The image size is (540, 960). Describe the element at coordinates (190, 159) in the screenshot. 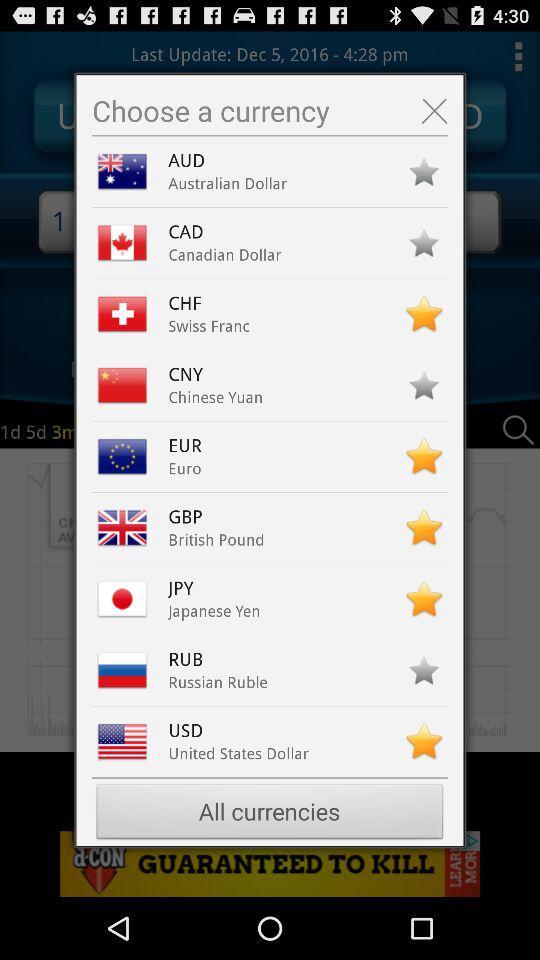

I see `the aud icon` at that location.